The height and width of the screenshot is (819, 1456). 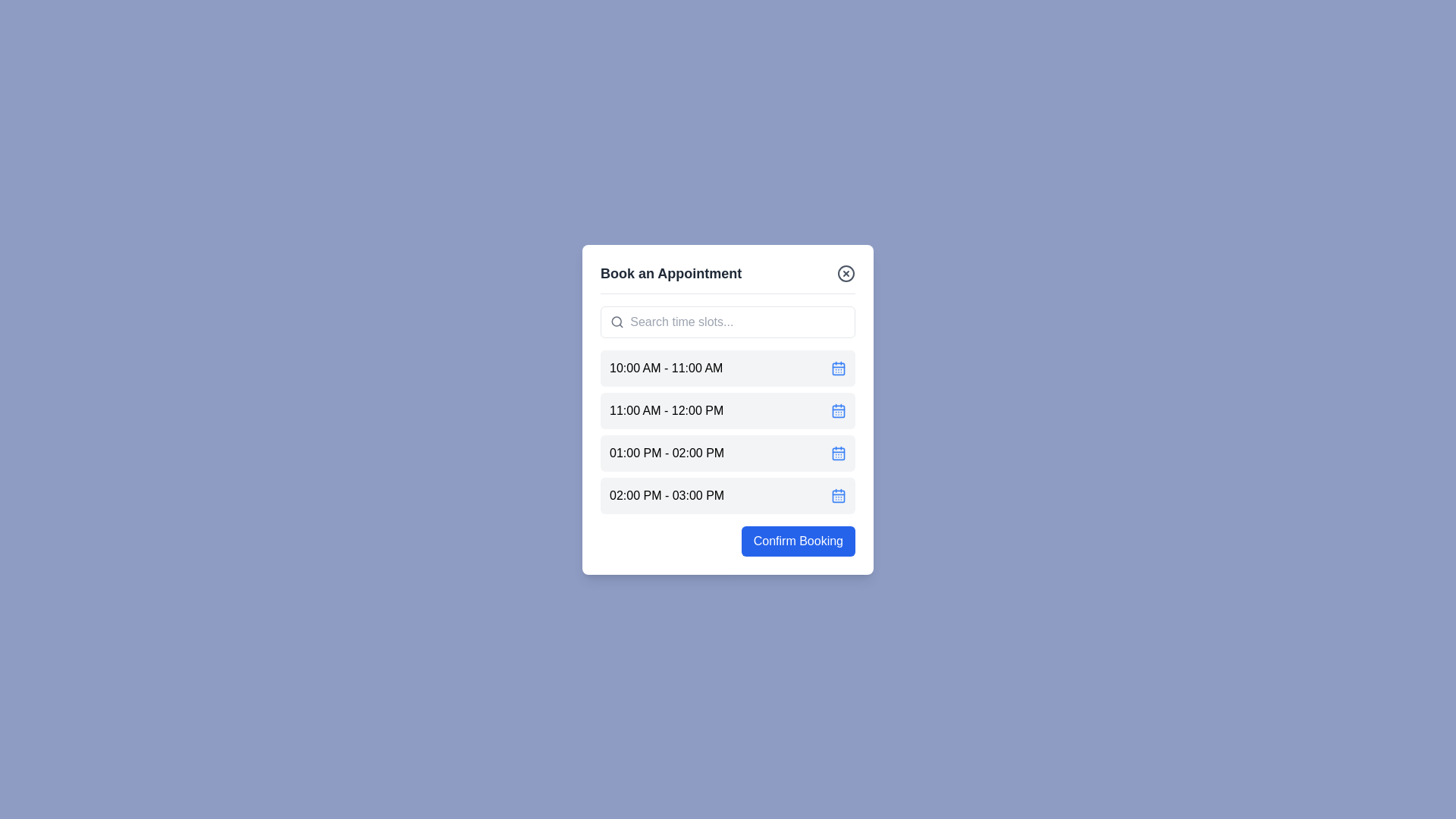 What do you see at coordinates (728, 368) in the screenshot?
I see `the time slot labeled 10:00 AM - 11:00 AM` at bounding box center [728, 368].